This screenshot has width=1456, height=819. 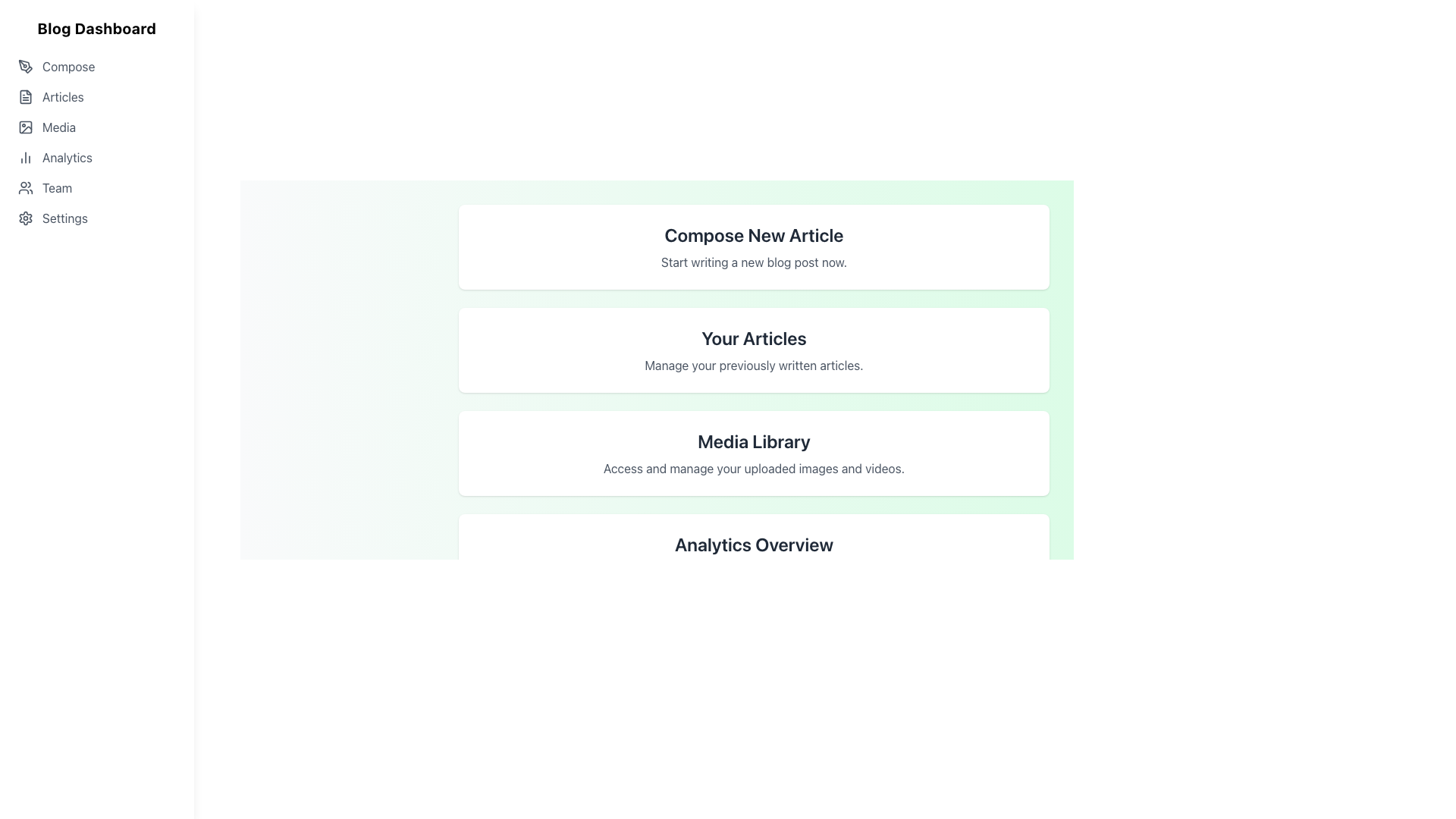 I want to click on the static text description reading 'Access and manage your uploaded images and videos.' located beneath the heading 'Media Library', so click(x=754, y=467).